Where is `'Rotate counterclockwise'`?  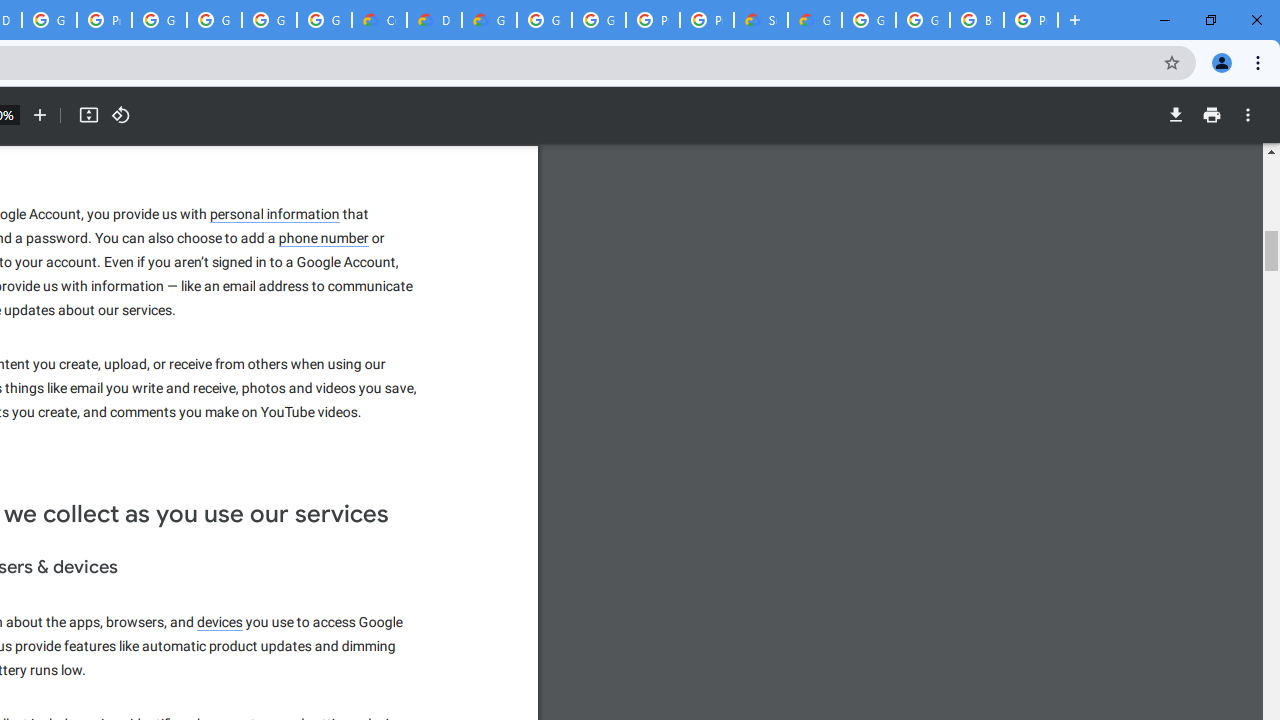 'Rotate counterclockwise' is located at coordinates (119, 115).